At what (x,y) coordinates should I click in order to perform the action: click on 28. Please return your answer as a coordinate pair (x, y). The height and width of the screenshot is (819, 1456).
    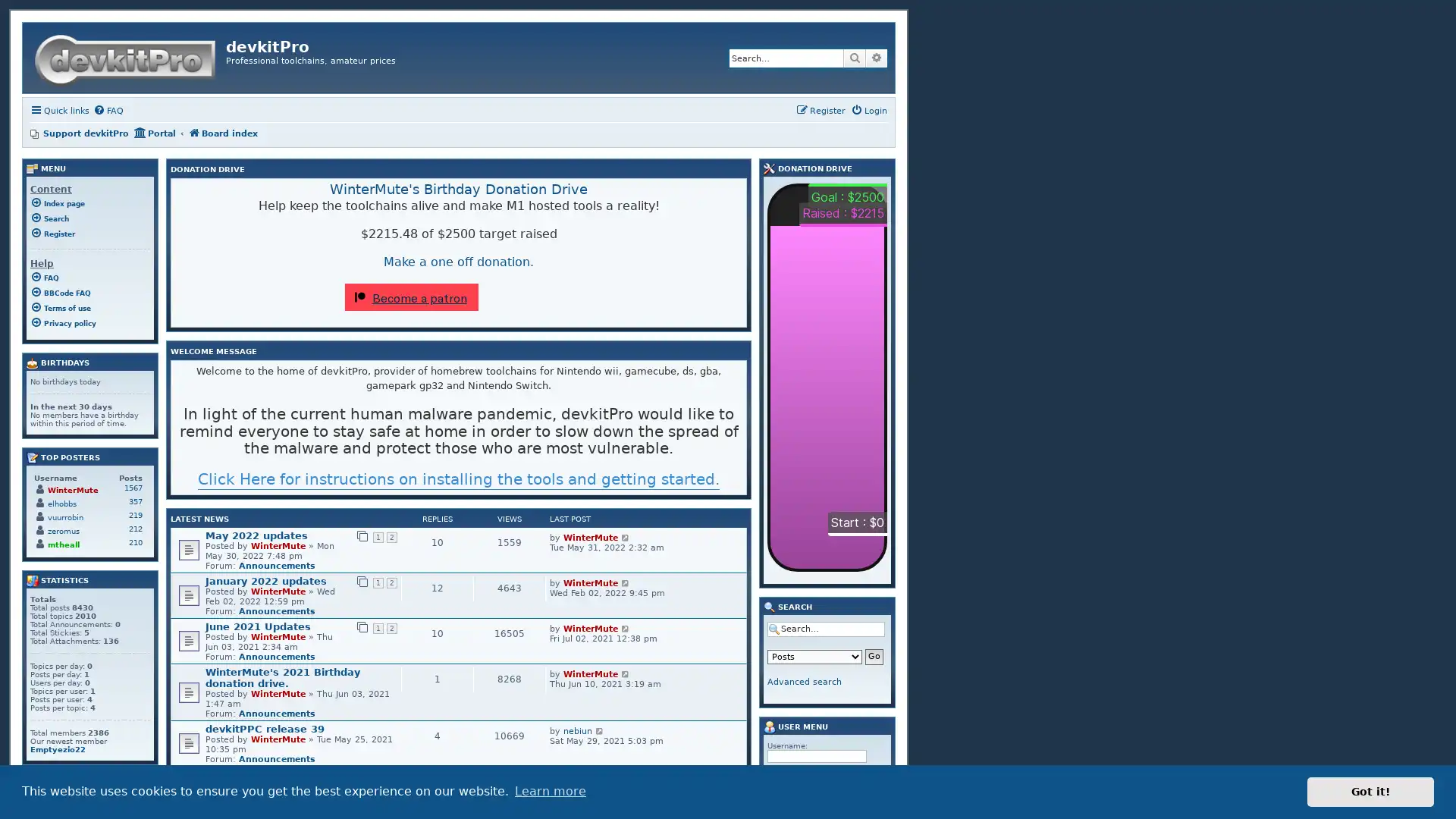
    Looking at the image, I should click on (732, 774).